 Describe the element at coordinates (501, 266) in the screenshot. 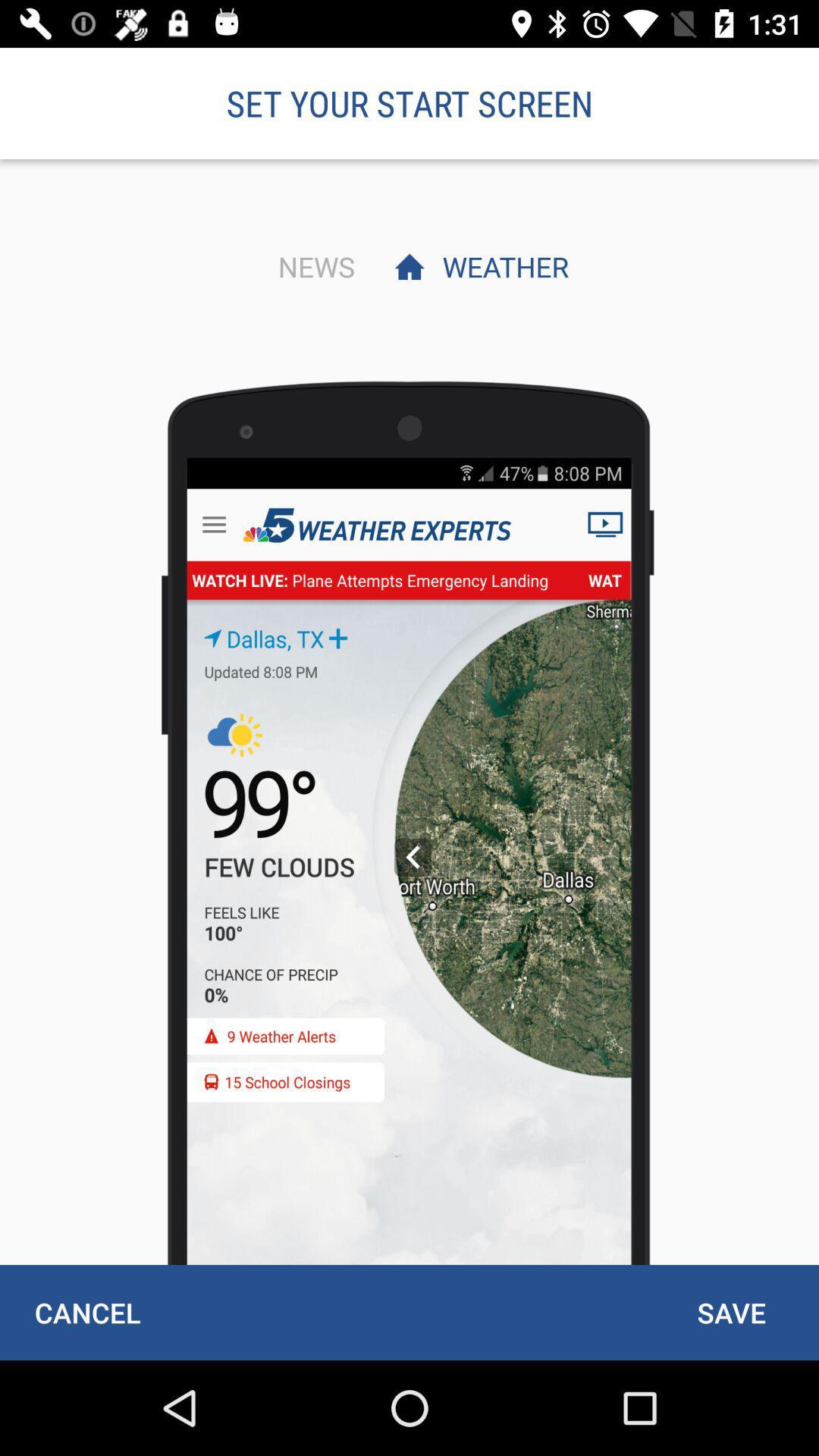

I see `the weather` at that location.